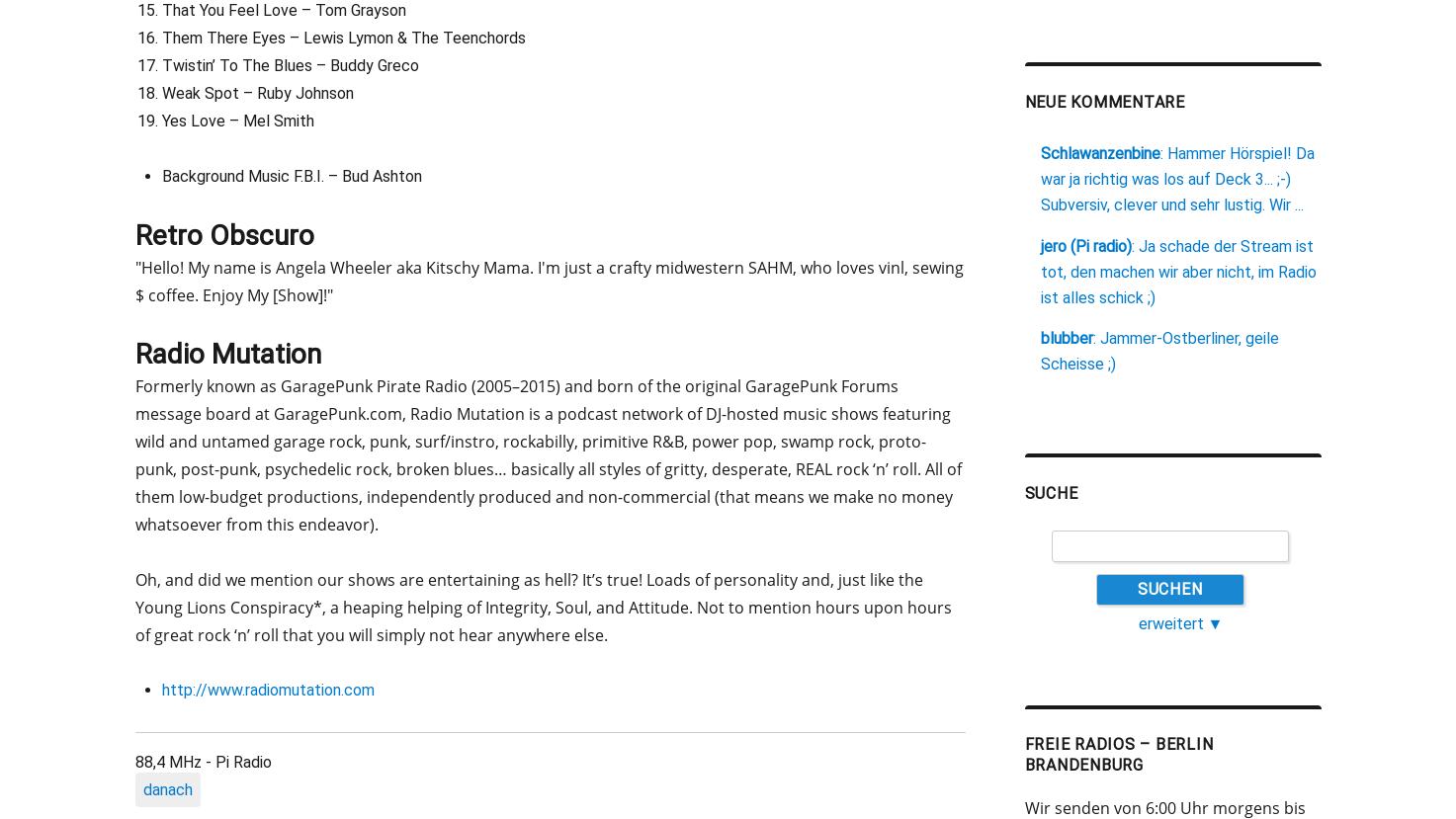 The width and height of the screenshot is (1456, 819). What do you see at coordinates (542, 607) in the screenshot?
I see `'Oh, and did we mention our shows are entertaining as hell? It’s true! Loads of personality and, just like the Young Lions Conspiracy*, a heaping helping of Integrity, Soul, and Attitude. Not to mention hours upon hours of great rock ‘n’ roll that you will simply not hear anywhere else.'` at bounding box center [542, 607].